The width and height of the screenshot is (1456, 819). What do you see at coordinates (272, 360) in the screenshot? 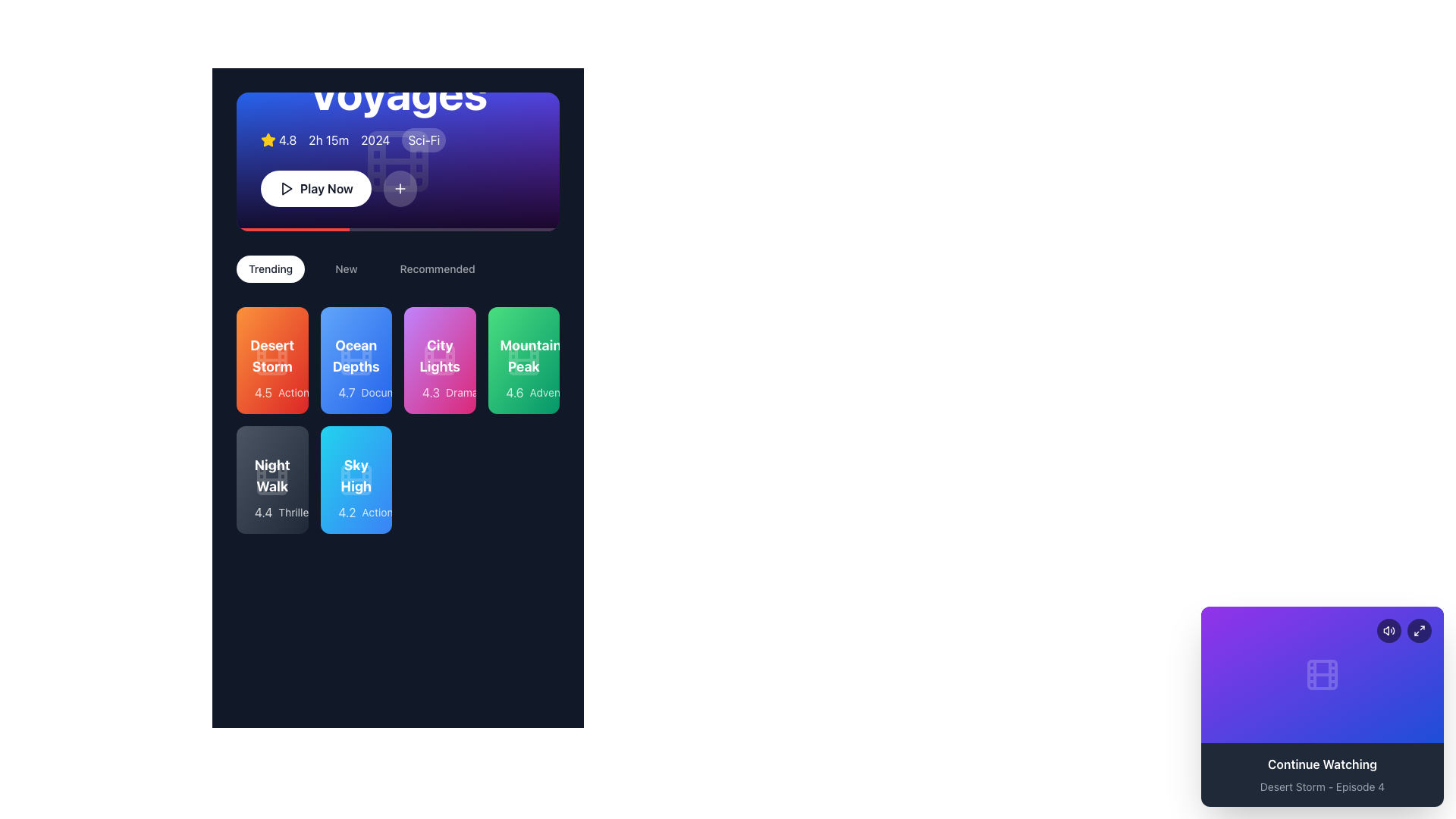
I see `the film icon within the top-left orange card labeled 'Desert Storm' under the 'Trending' category` at bounding box center [272, 360].